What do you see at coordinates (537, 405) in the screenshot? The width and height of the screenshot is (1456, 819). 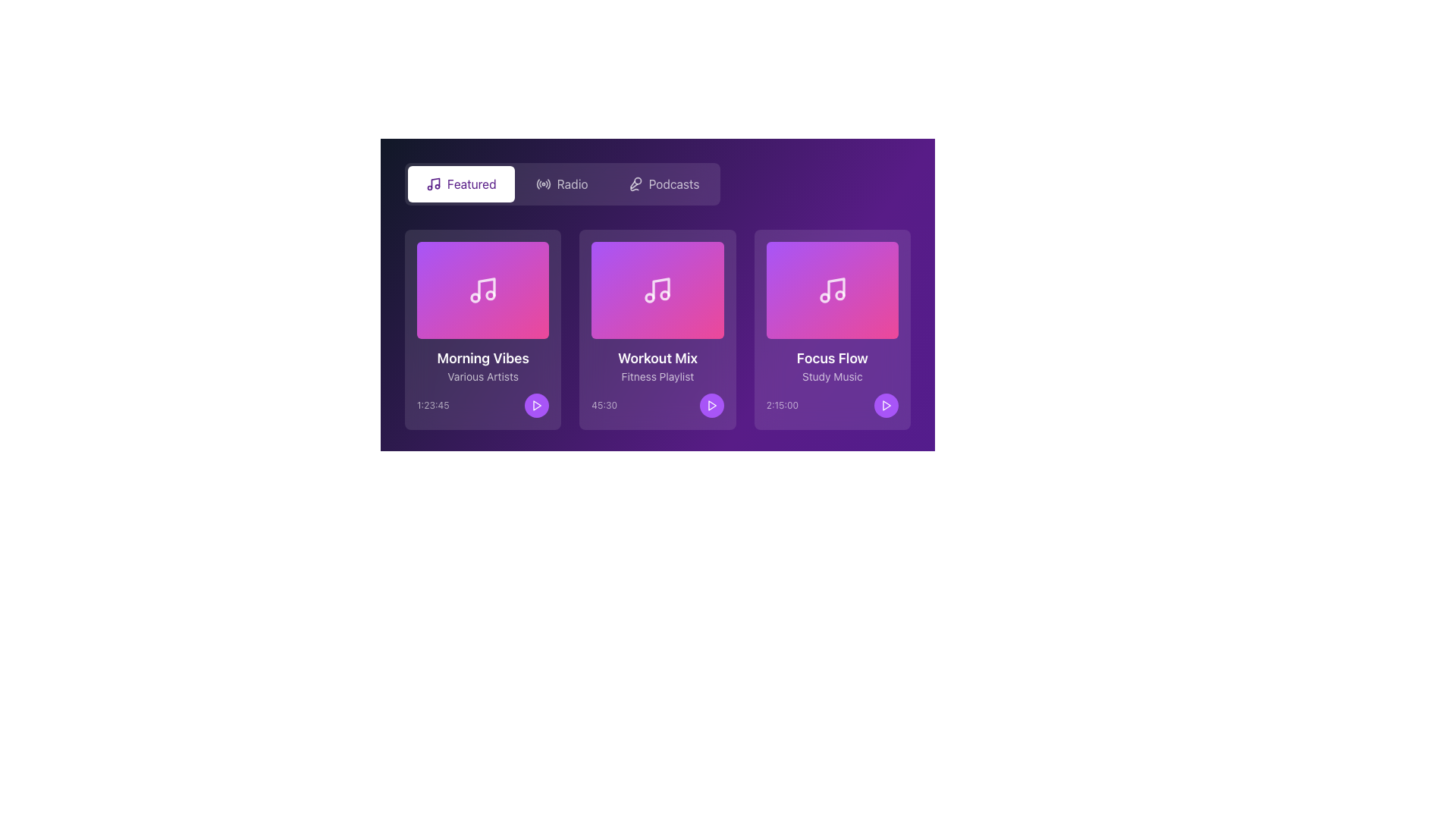 I see `the interactive play button located in the bottom-right corner of the first card, which is associated with the label 'Morning Vibes Various Artists' and the time indicator '1:23:45'` at bounding box center [537, 405].